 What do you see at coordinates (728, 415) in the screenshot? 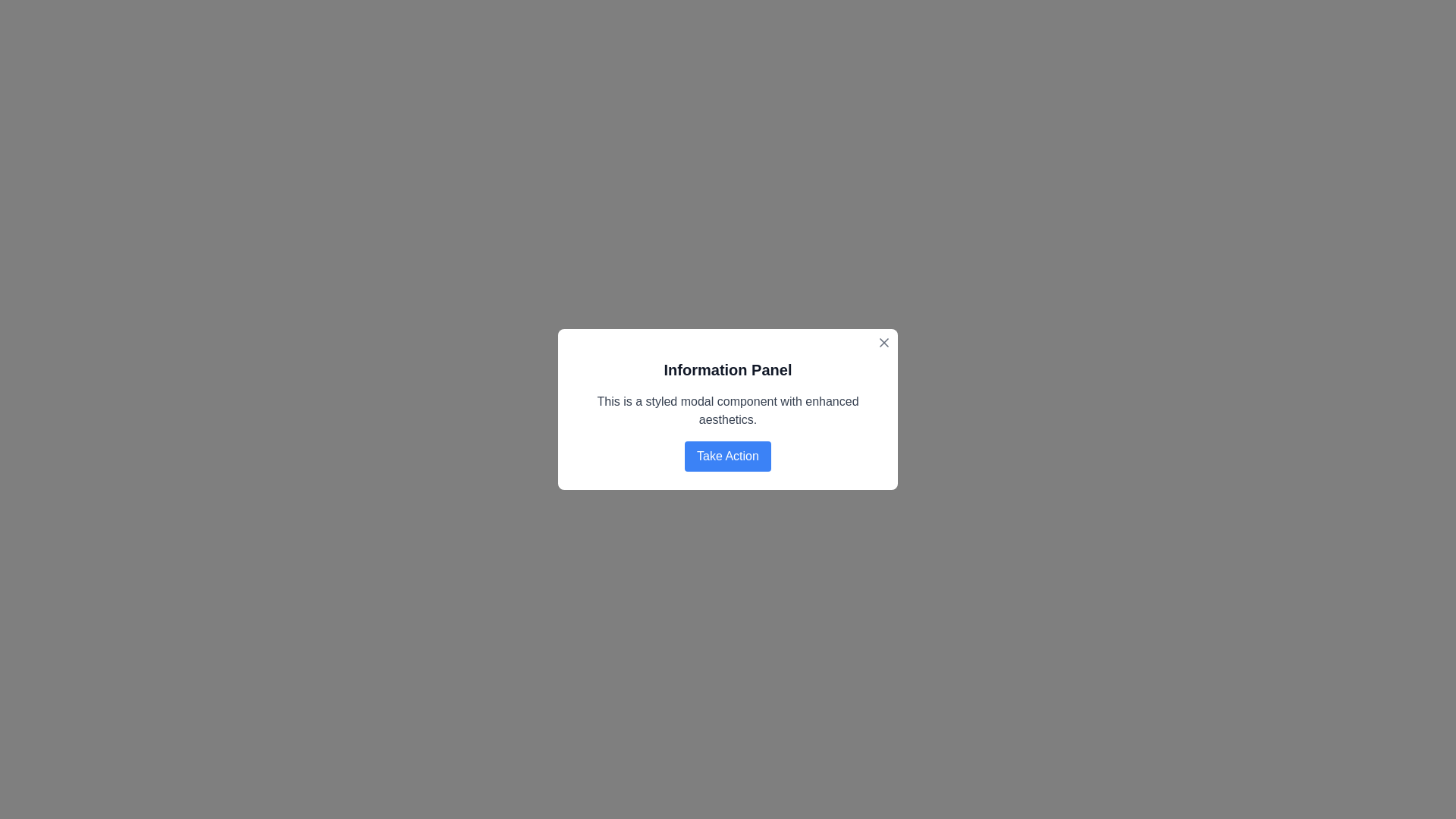
I see `information displayed on the central Informative panel located inside the white rectangular modal with rounded corners` at bounding box center [728, 415].